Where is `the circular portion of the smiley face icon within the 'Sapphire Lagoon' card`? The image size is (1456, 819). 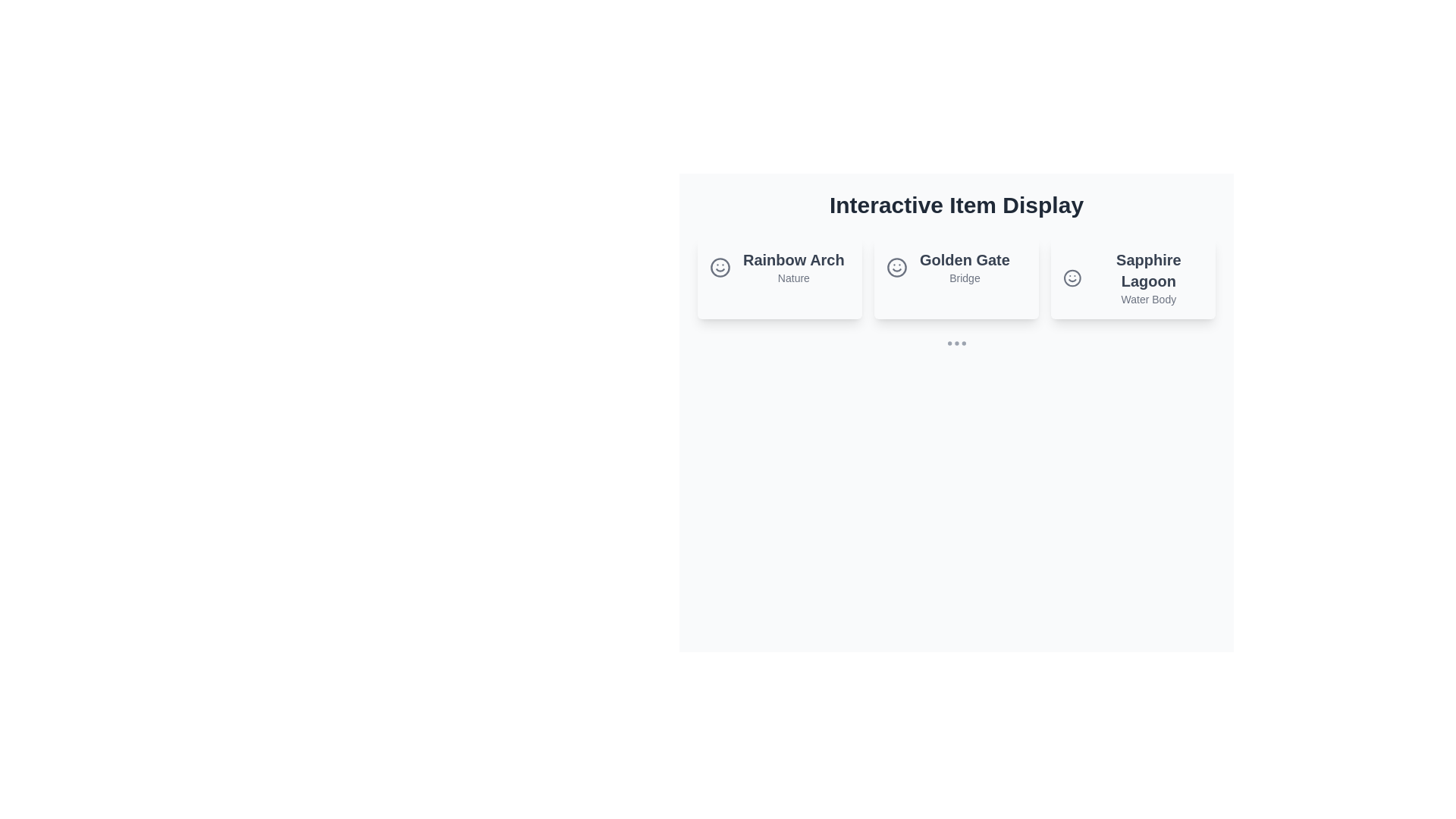
the circular portion of the smiley face icon within the 'Sapphire Lagoon' card is located at coordinates (1072, 278).